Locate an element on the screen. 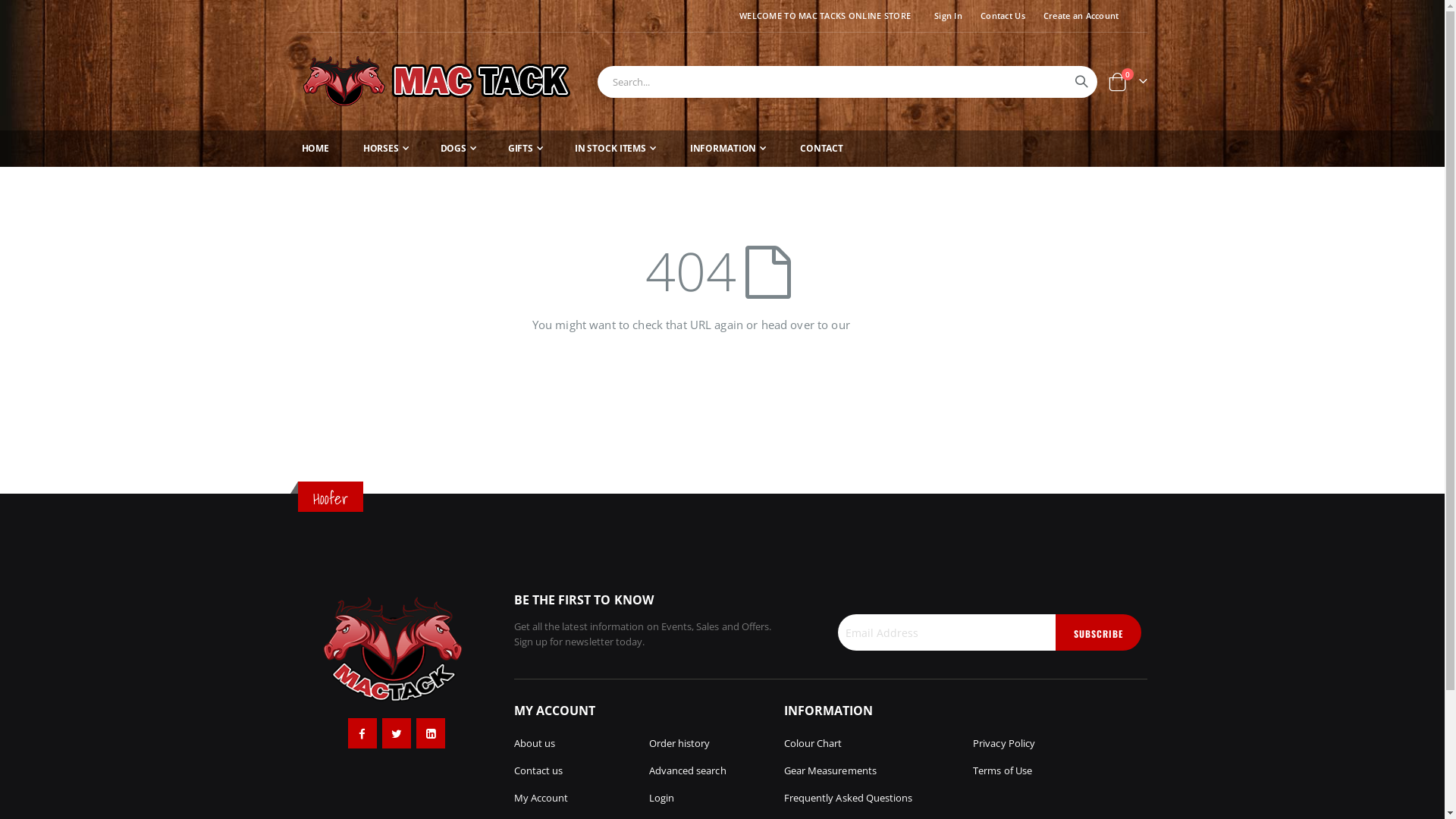  'homepage.' is located at coordinates (882, 324).